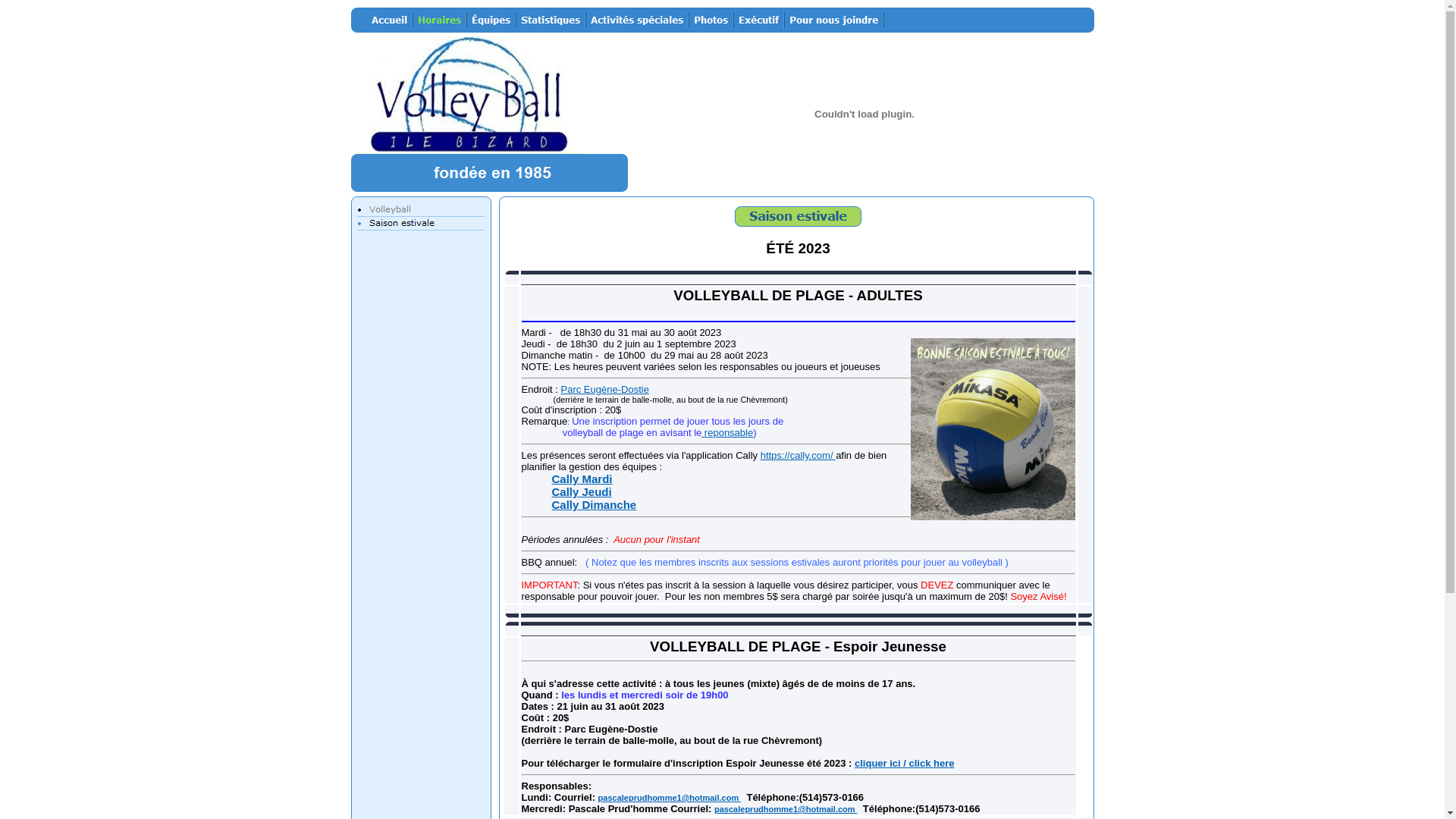 The width and height of the screenshot is (1456, 819). I want to click on 'pascaleprudhomme1@hotmail.com', so click(786, 808).